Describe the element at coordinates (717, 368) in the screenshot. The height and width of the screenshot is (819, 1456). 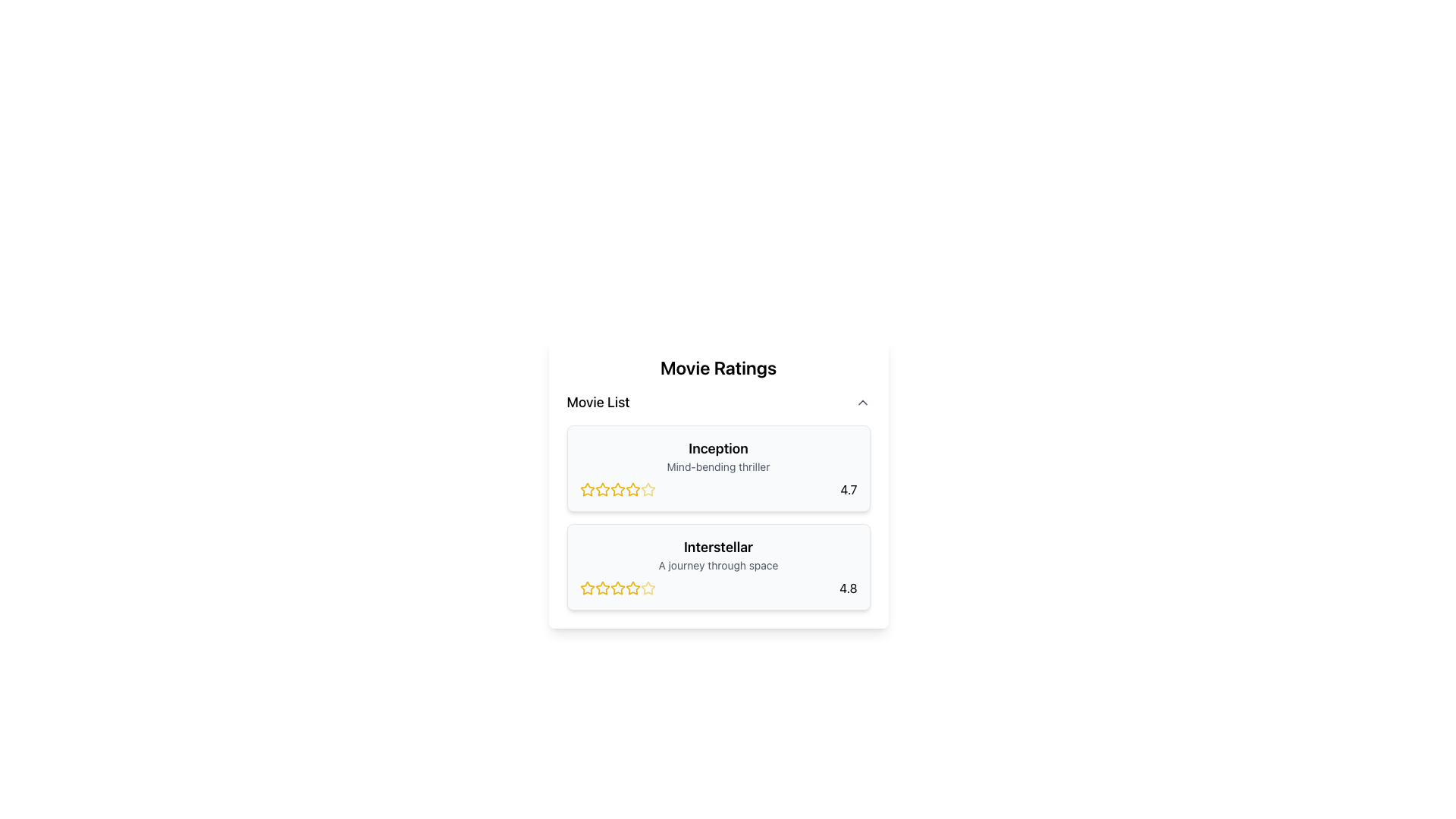
I see `the header element indicating the theme or focus of the movie ratings section, which is centrally aligned above other elements` at that location.